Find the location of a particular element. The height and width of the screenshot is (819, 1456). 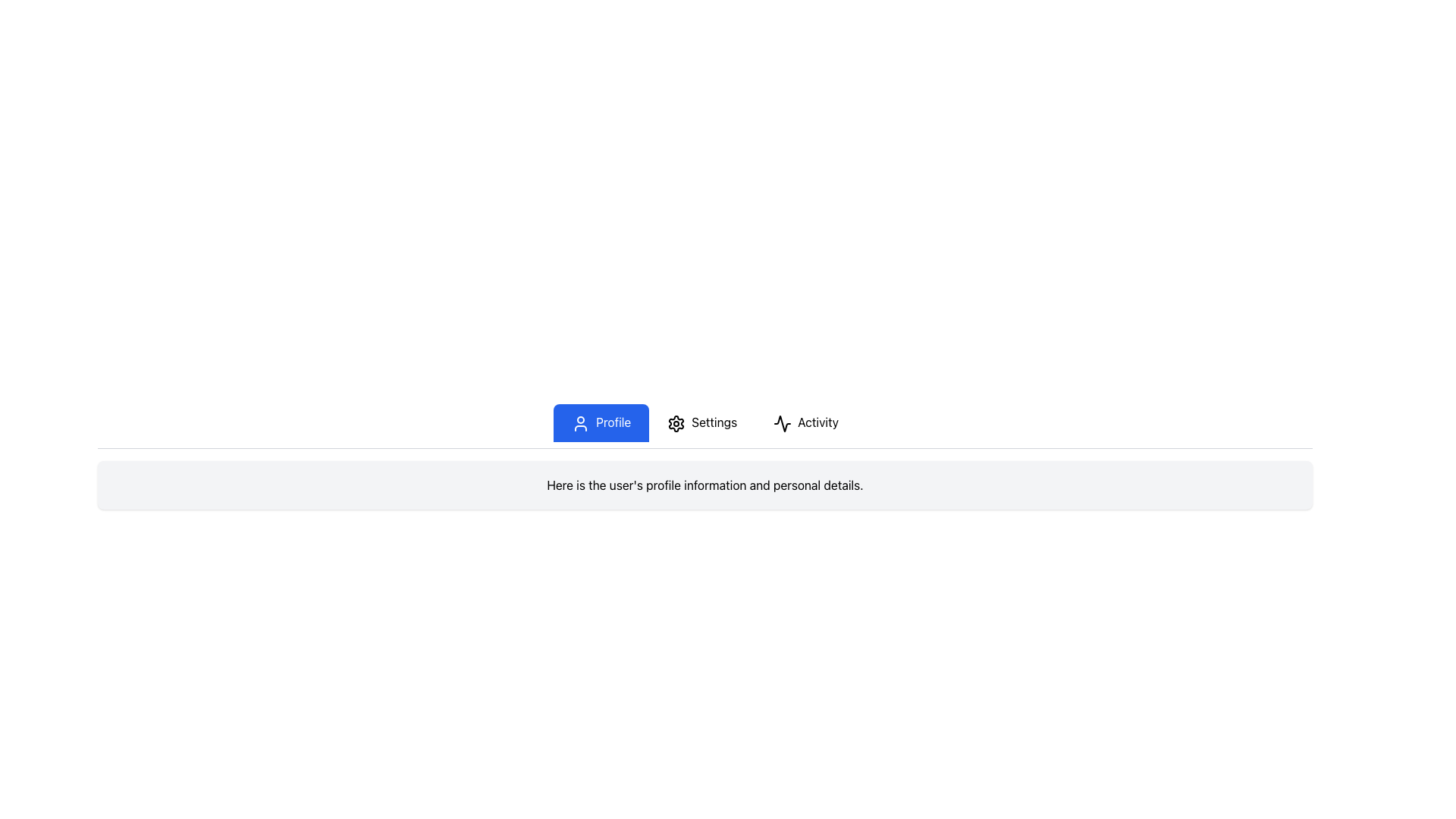

the 'Profile' button, which has a blue background and white text is located at coordinates (601, 422).